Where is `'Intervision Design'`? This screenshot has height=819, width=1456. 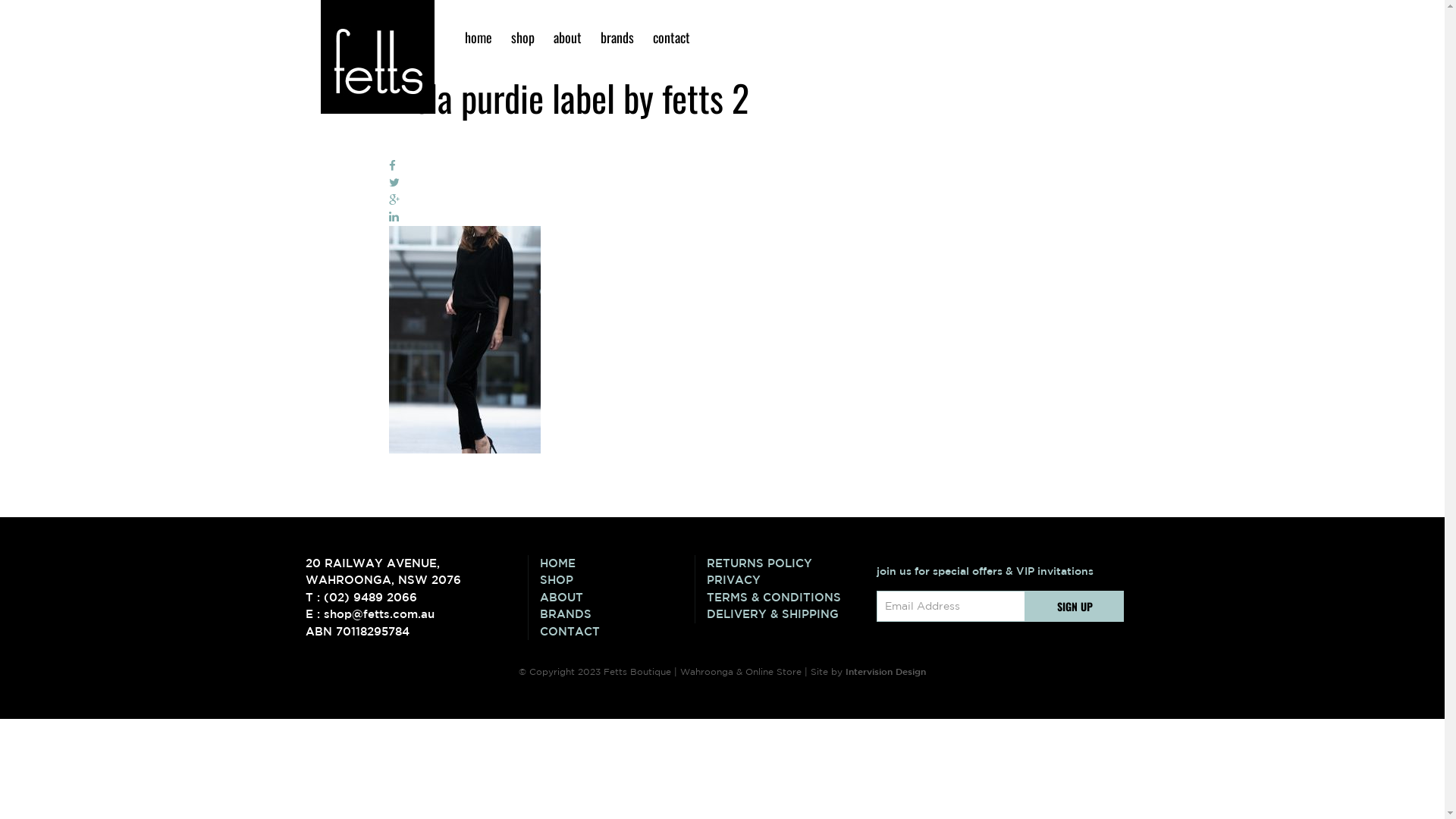 'Intervision Design' is located at coordinates (885, 670).